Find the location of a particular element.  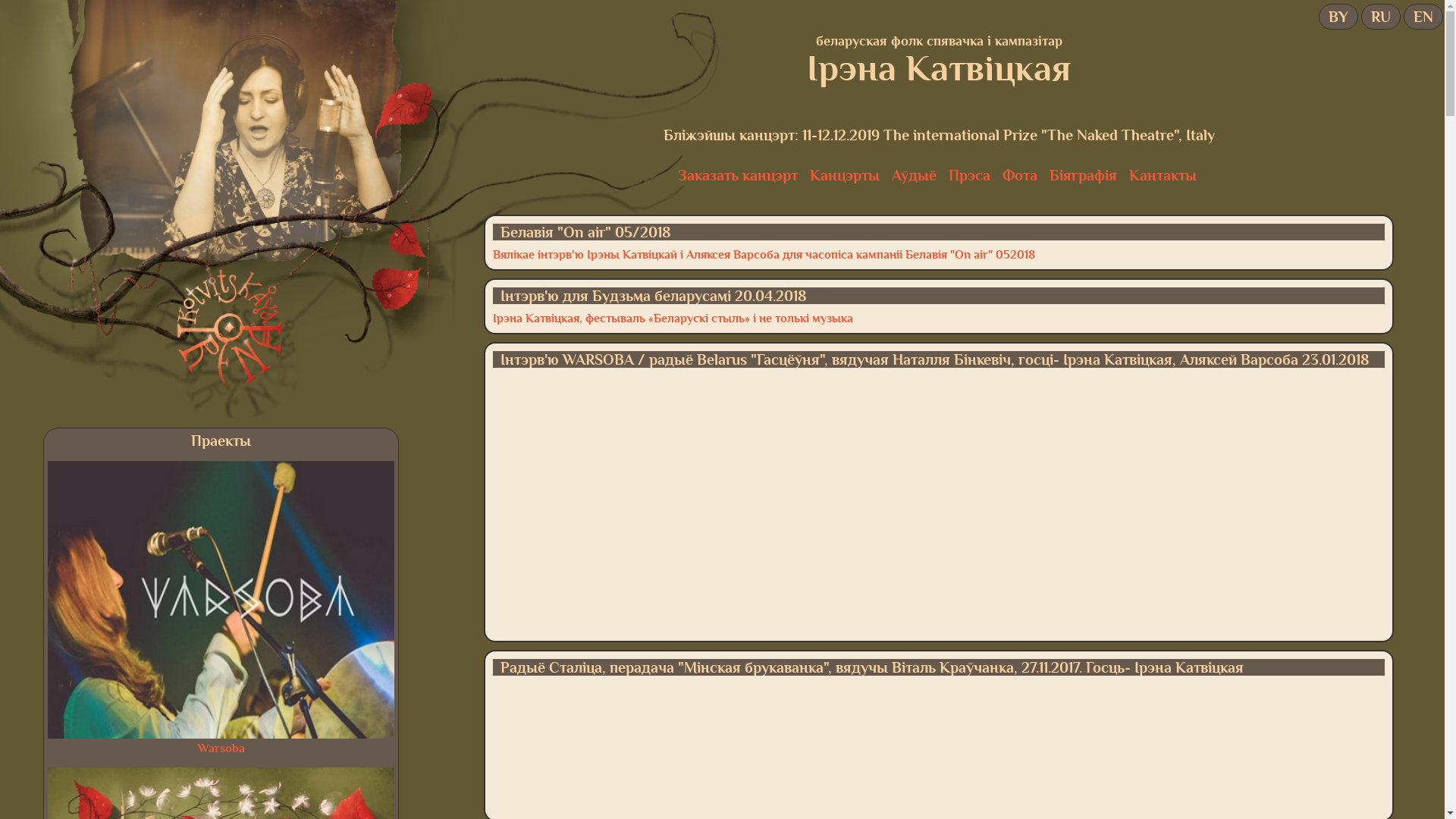

'EN' is located at coordinates (1407, 17).